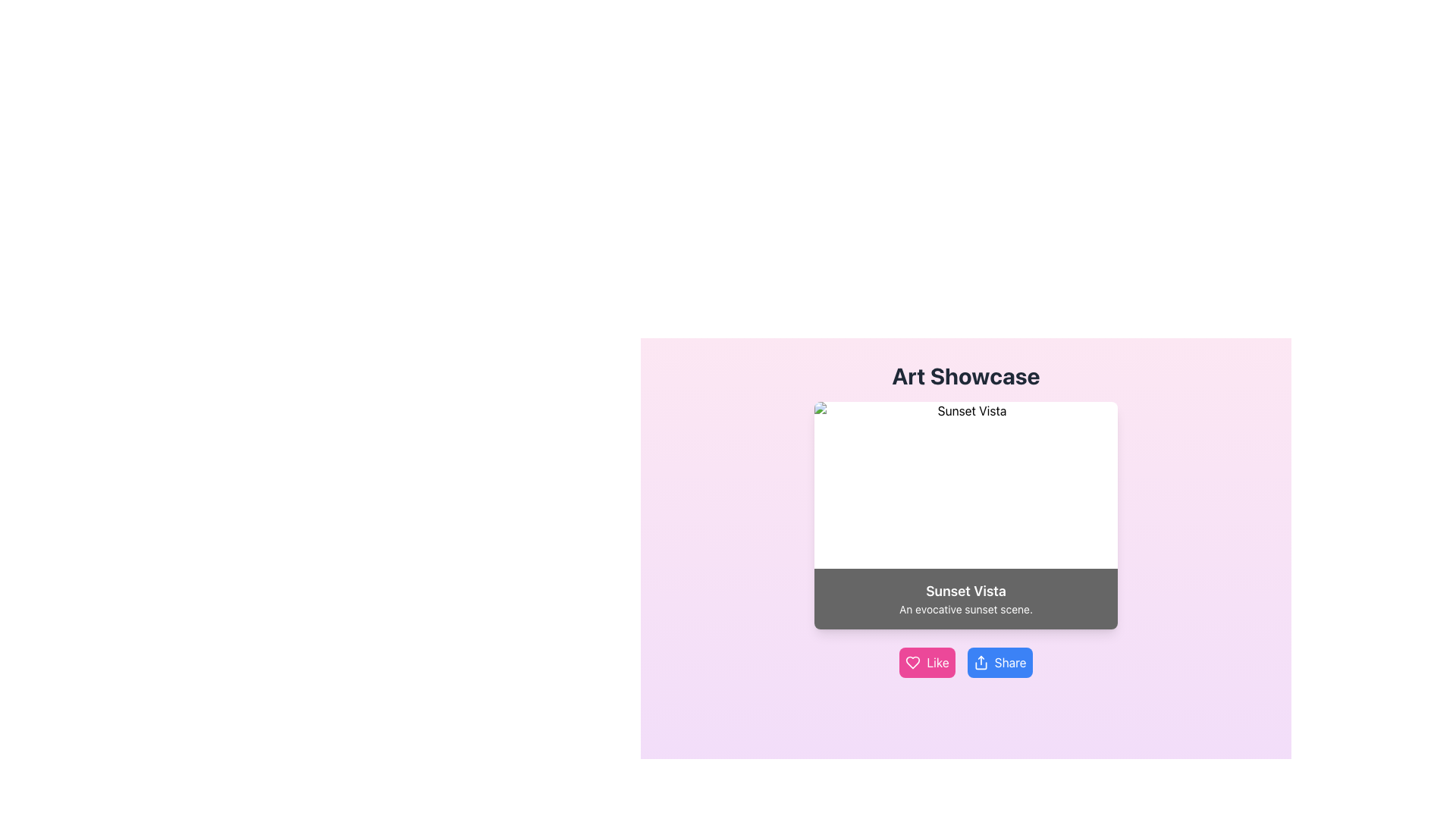 This screenshot has height=819, width=1456. What do you see at coordinates (965, 608) in the screenshot?
I see `descriptive text label located below the title 'Sunset Vista' in the dark gray bar at the bottom of the card-like layout` at bounding box center [965, 608].